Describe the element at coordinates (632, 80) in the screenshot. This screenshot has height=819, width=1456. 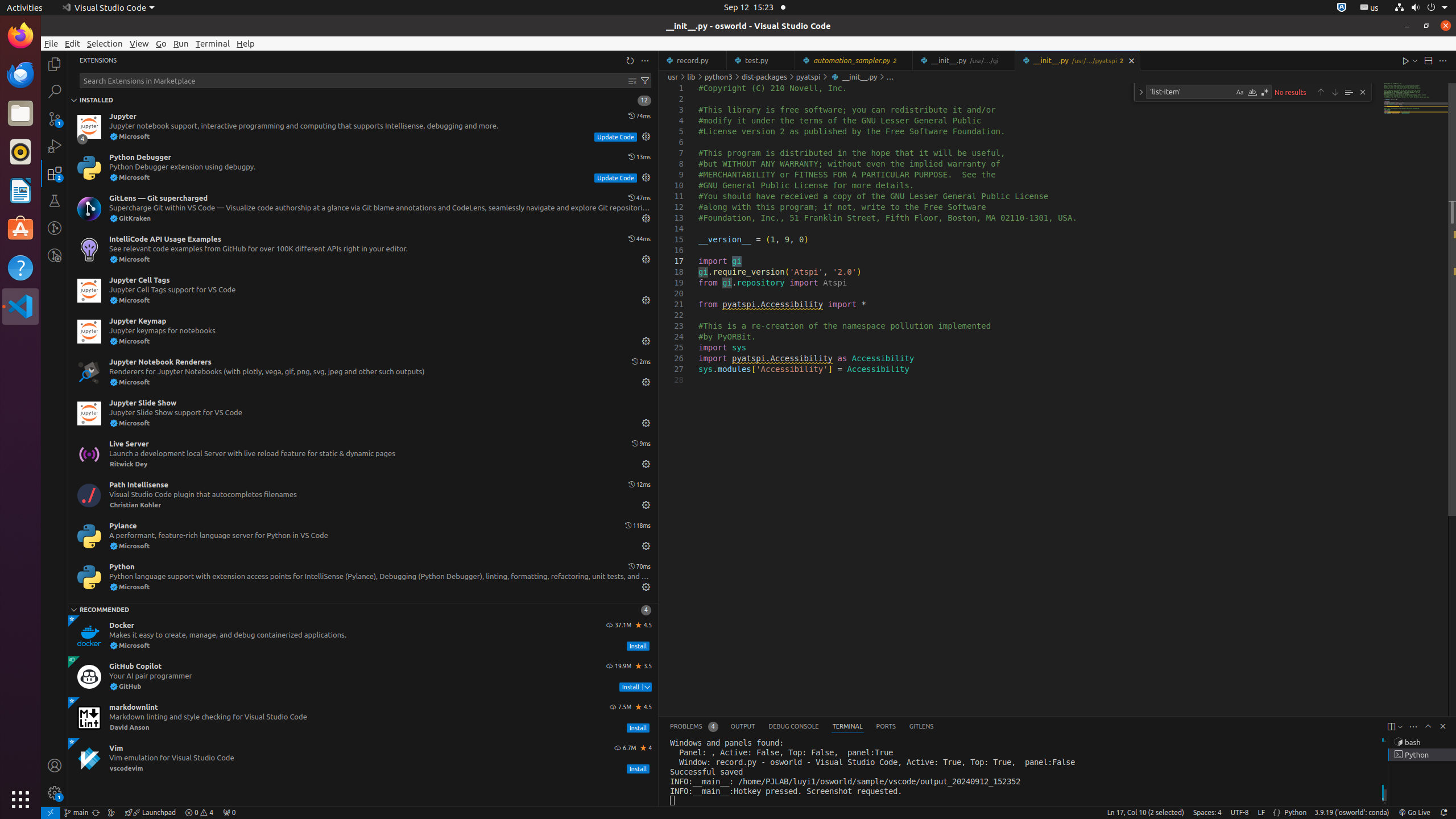
I see `'Clear Extensions Search Results'` at that location.